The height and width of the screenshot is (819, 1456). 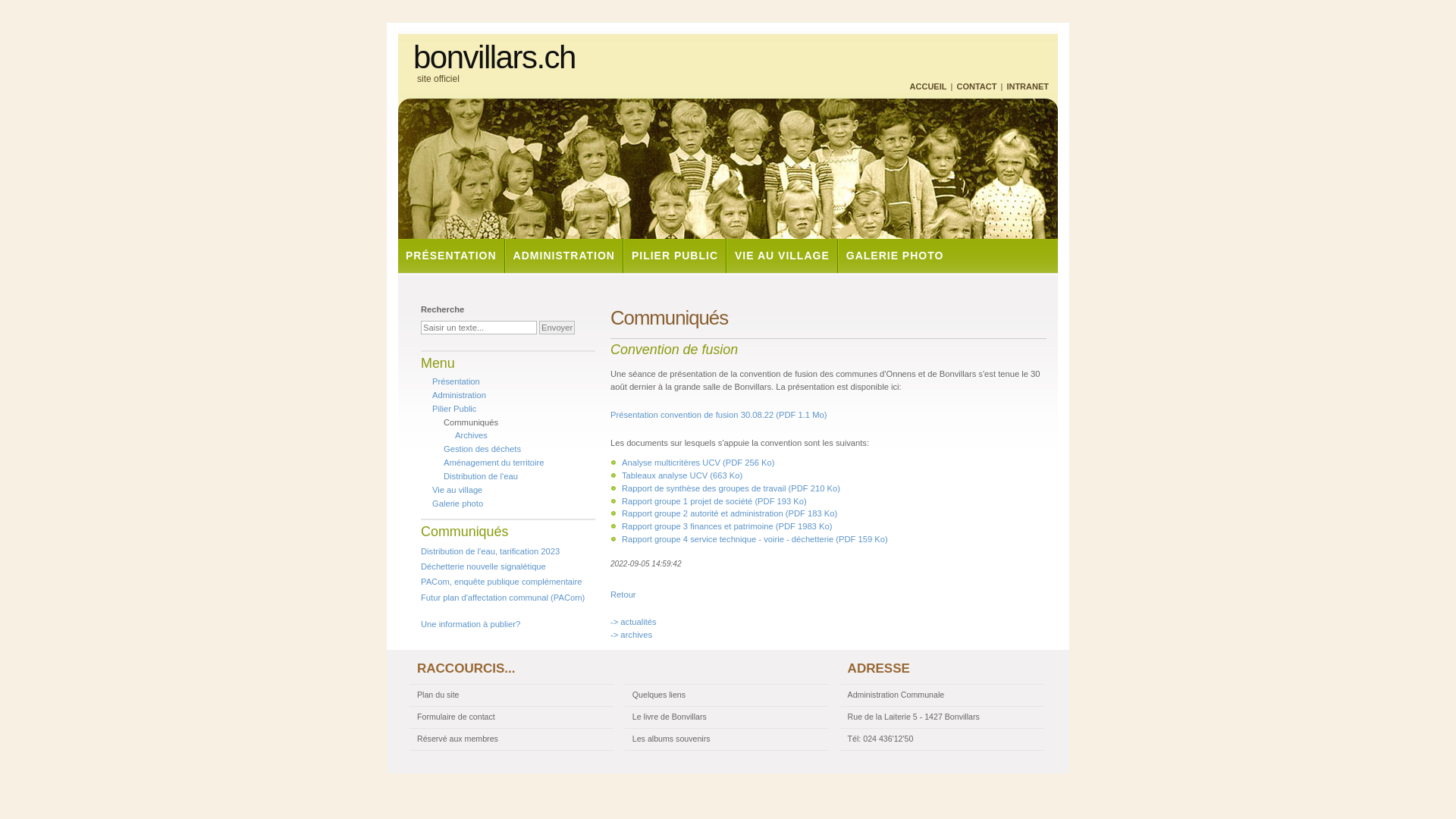 I want to click on 'Rue de la Laiterie 5 - 1427 Bonvillars', so click(x=839, y=717).